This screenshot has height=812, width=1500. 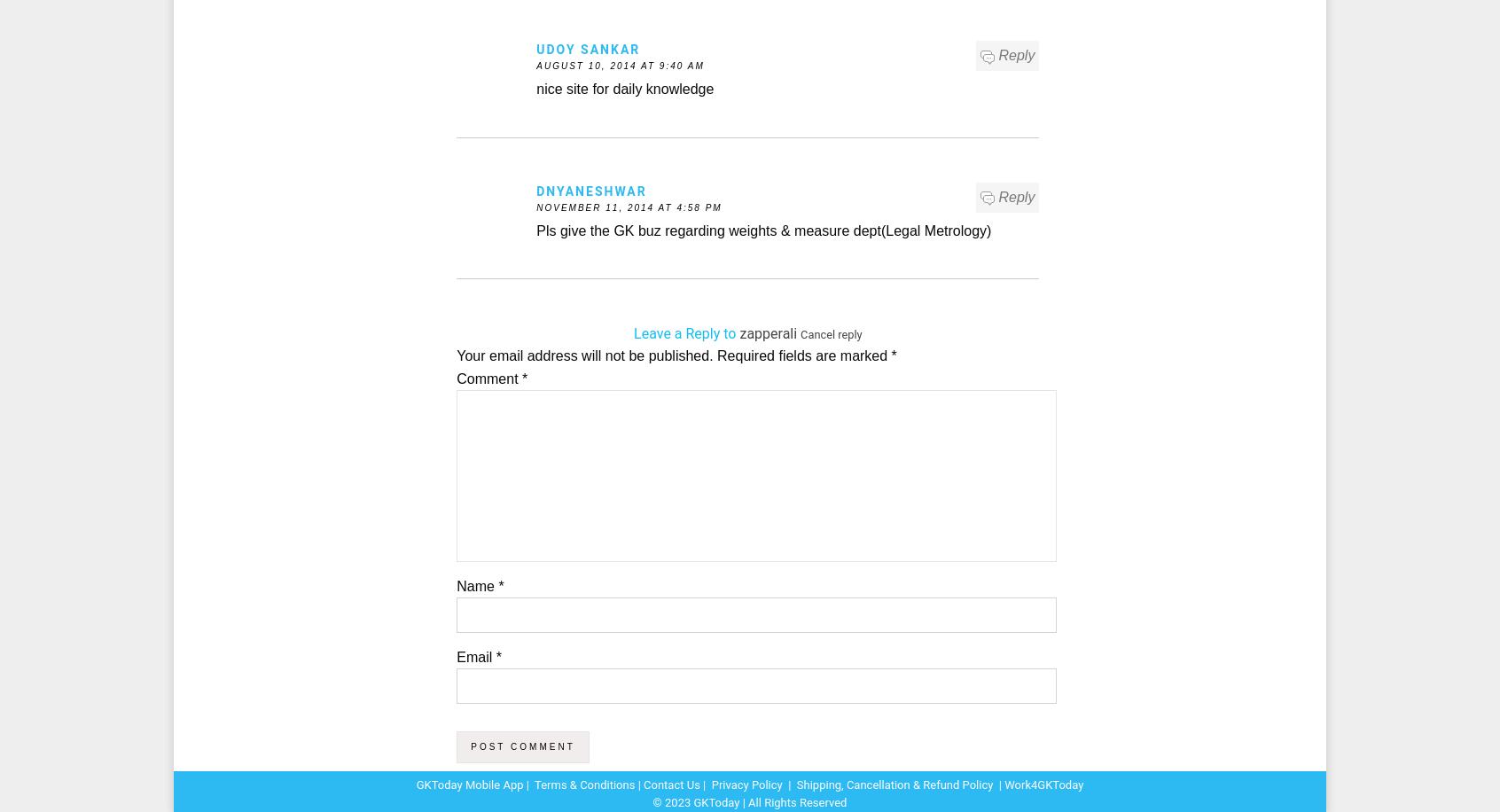 I want to click on 'Work4GKToday', so click(x=1003, y=784).